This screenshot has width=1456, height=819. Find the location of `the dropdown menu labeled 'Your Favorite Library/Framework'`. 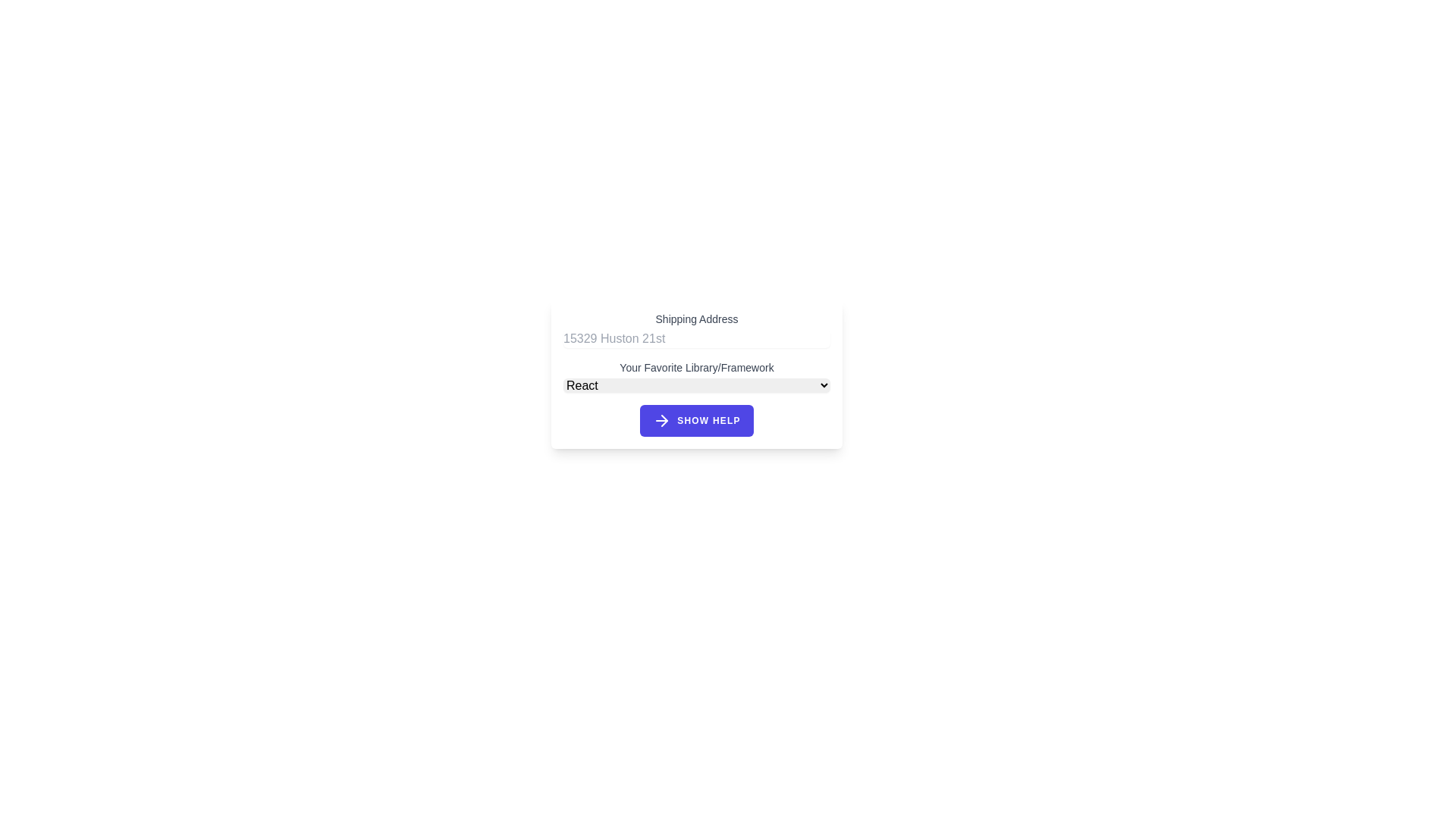

the dropdown menu labeled 'Your Favorite Library/Framework' is located at coordinates (695, 375).